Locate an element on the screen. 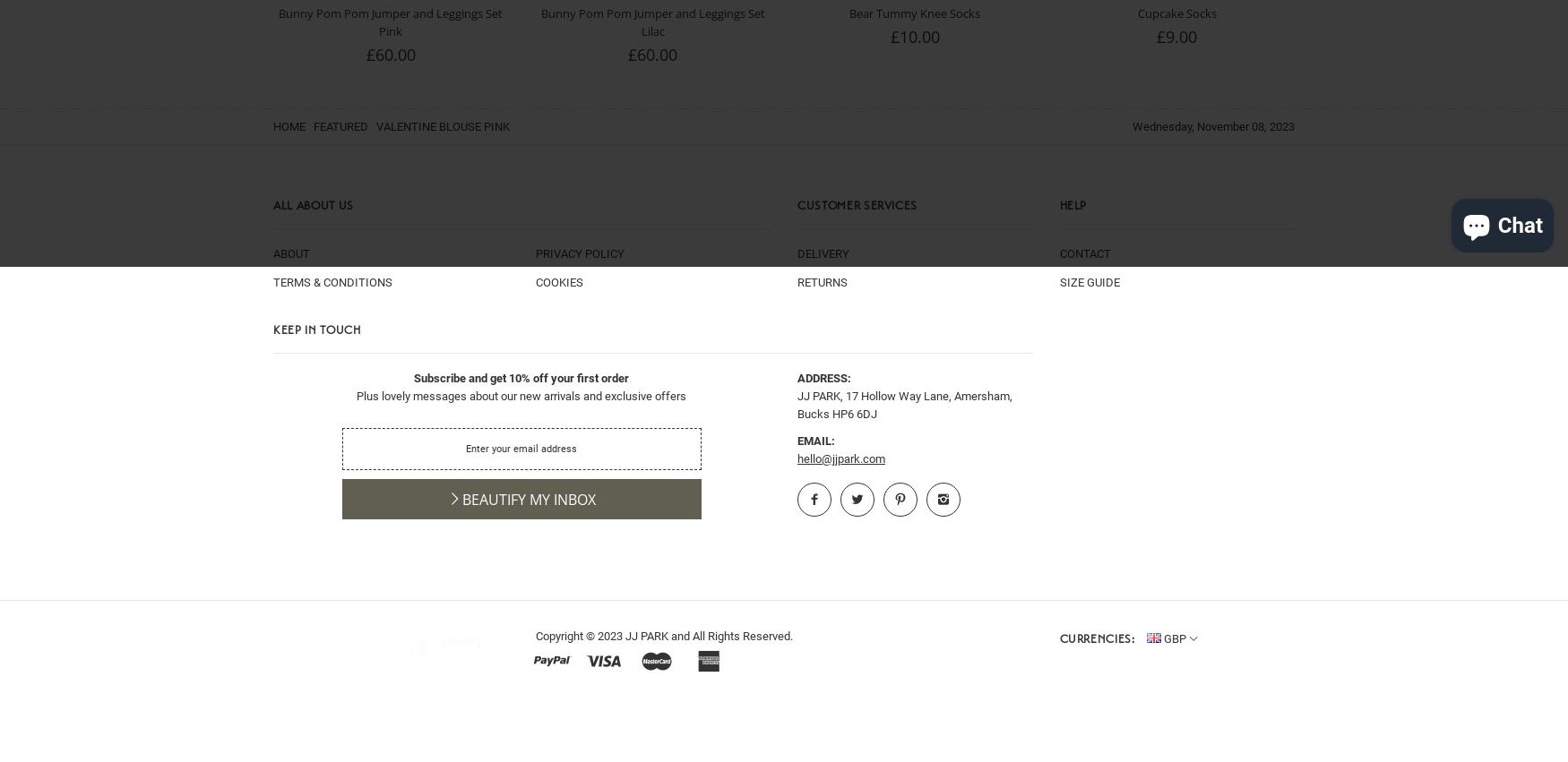  'All About Us' is located at coordinates (272, 205).